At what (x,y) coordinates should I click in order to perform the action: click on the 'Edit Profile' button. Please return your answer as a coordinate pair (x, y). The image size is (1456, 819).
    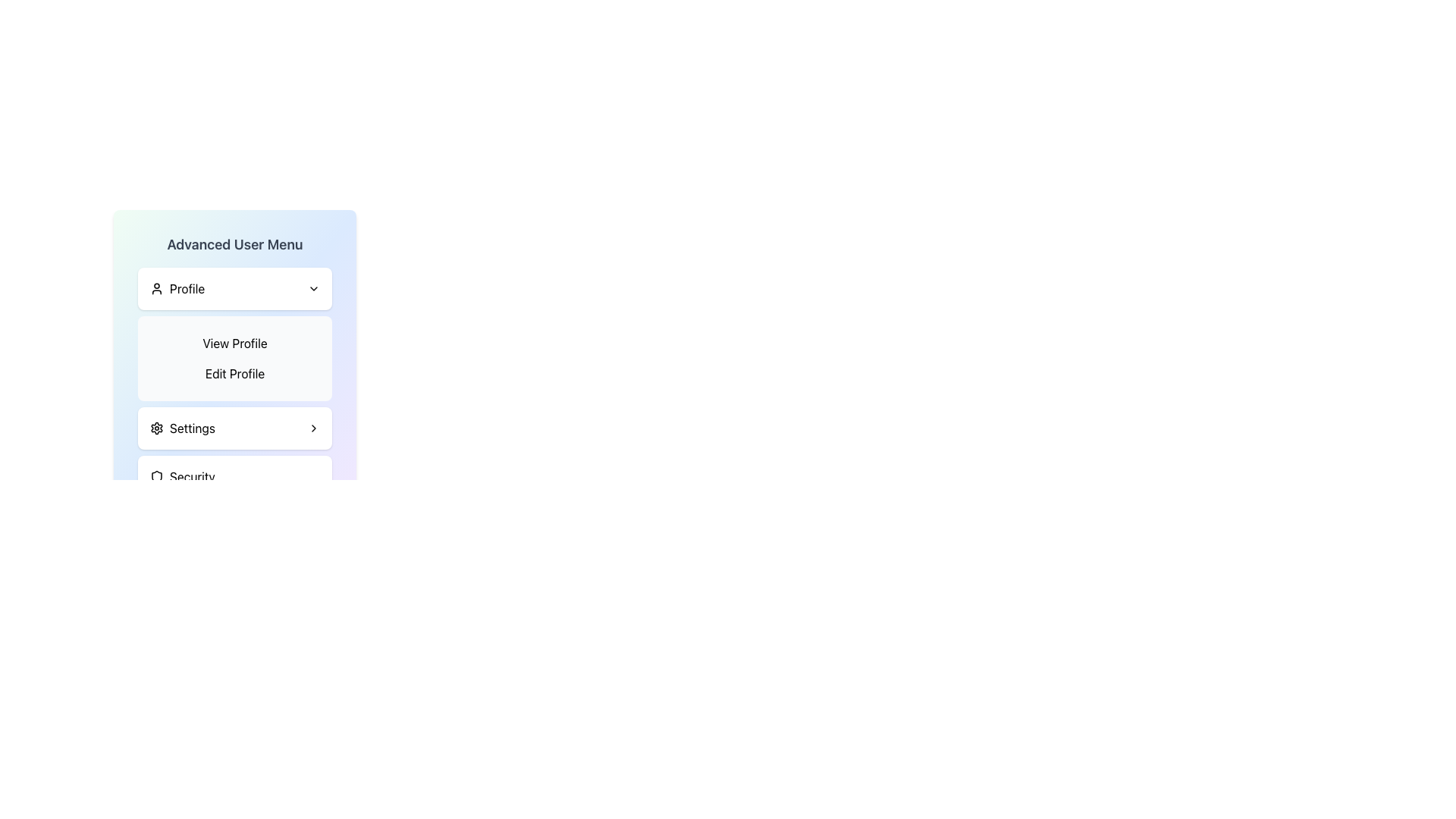
    Looking at the image, I should click on (234, 374).